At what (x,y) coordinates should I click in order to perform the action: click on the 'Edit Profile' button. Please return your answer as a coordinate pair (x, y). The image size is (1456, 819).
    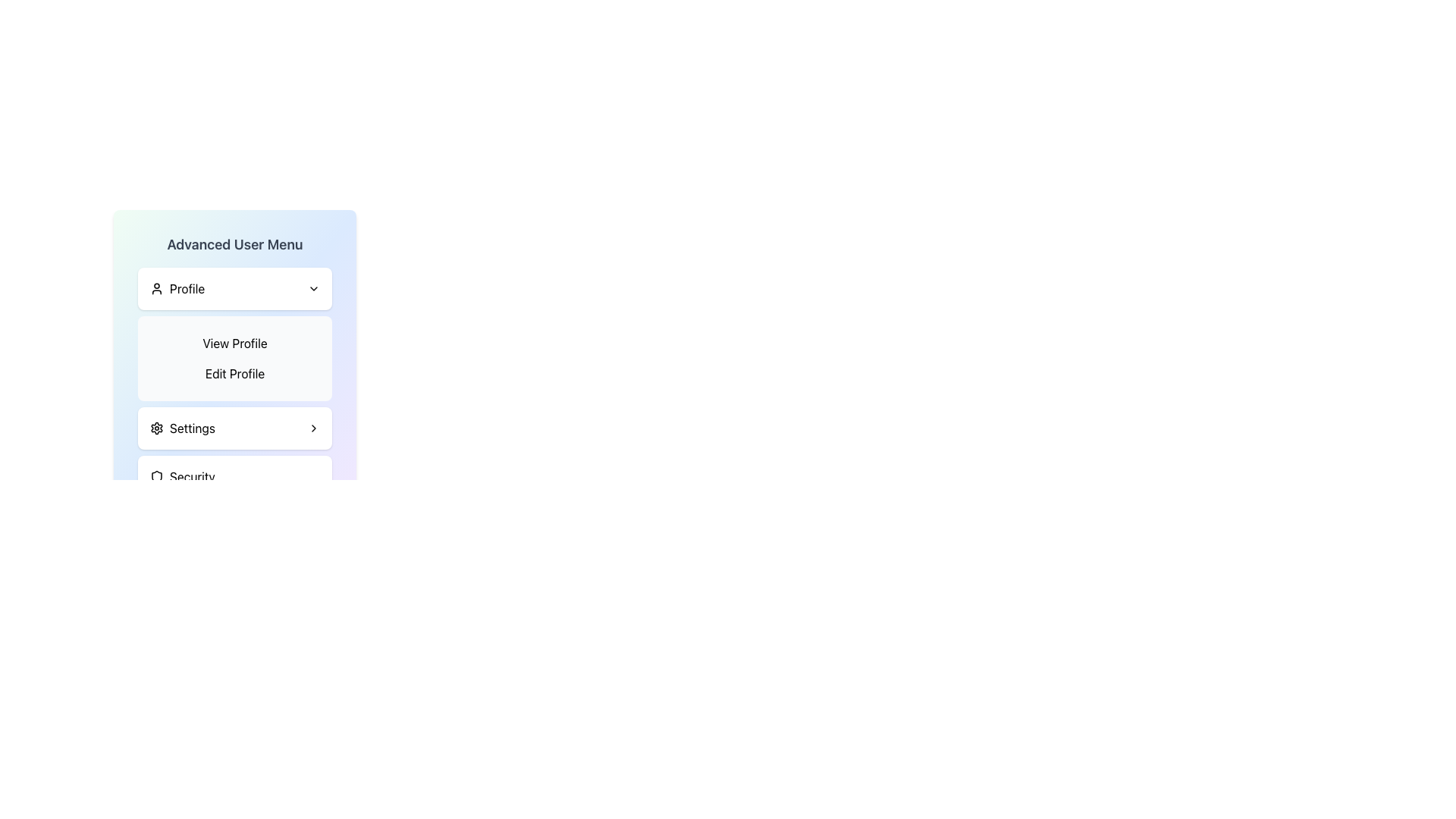
    Looking at the image, I should click on (234, 374).